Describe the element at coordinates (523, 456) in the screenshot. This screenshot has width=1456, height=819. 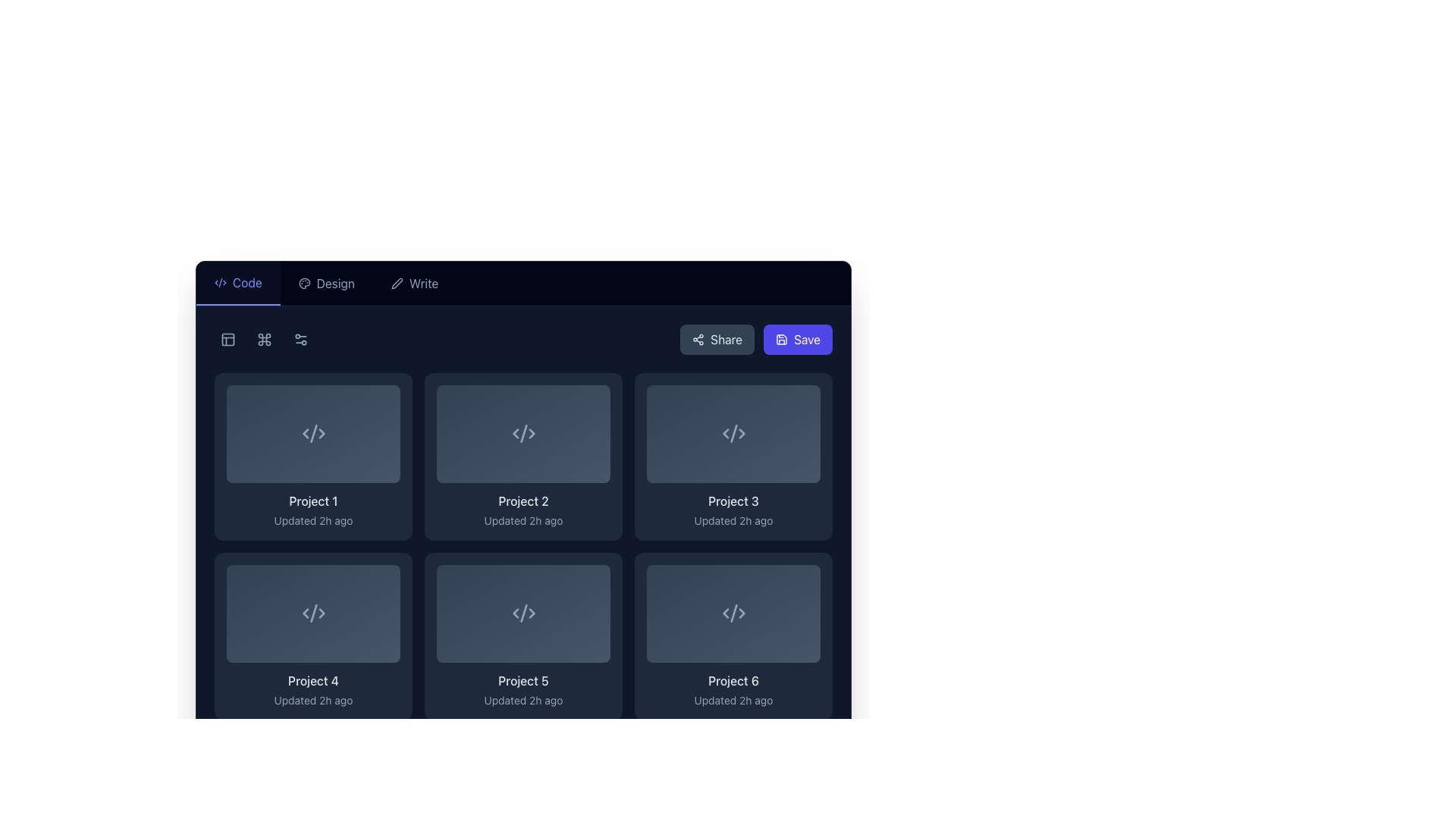
I see `the second project card in the grid, which displays project-specific information such as its title and last updated time` at that location.